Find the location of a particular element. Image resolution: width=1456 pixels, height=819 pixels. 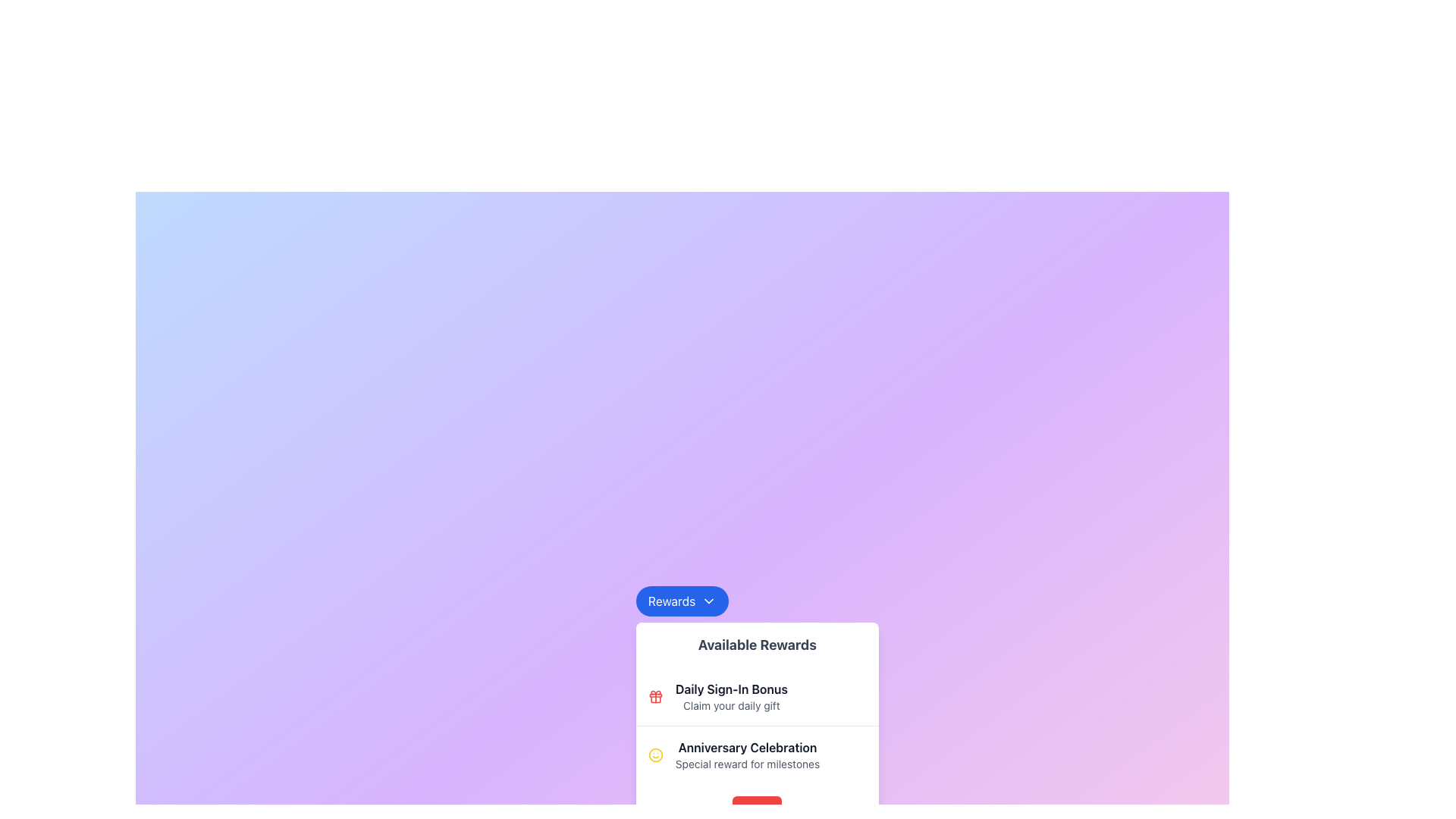

text displayed in the Text Display Component titled 'Anniversary Celebration' which is the second reward option under 'Available Rewards' is located at coordinates (748, 755).